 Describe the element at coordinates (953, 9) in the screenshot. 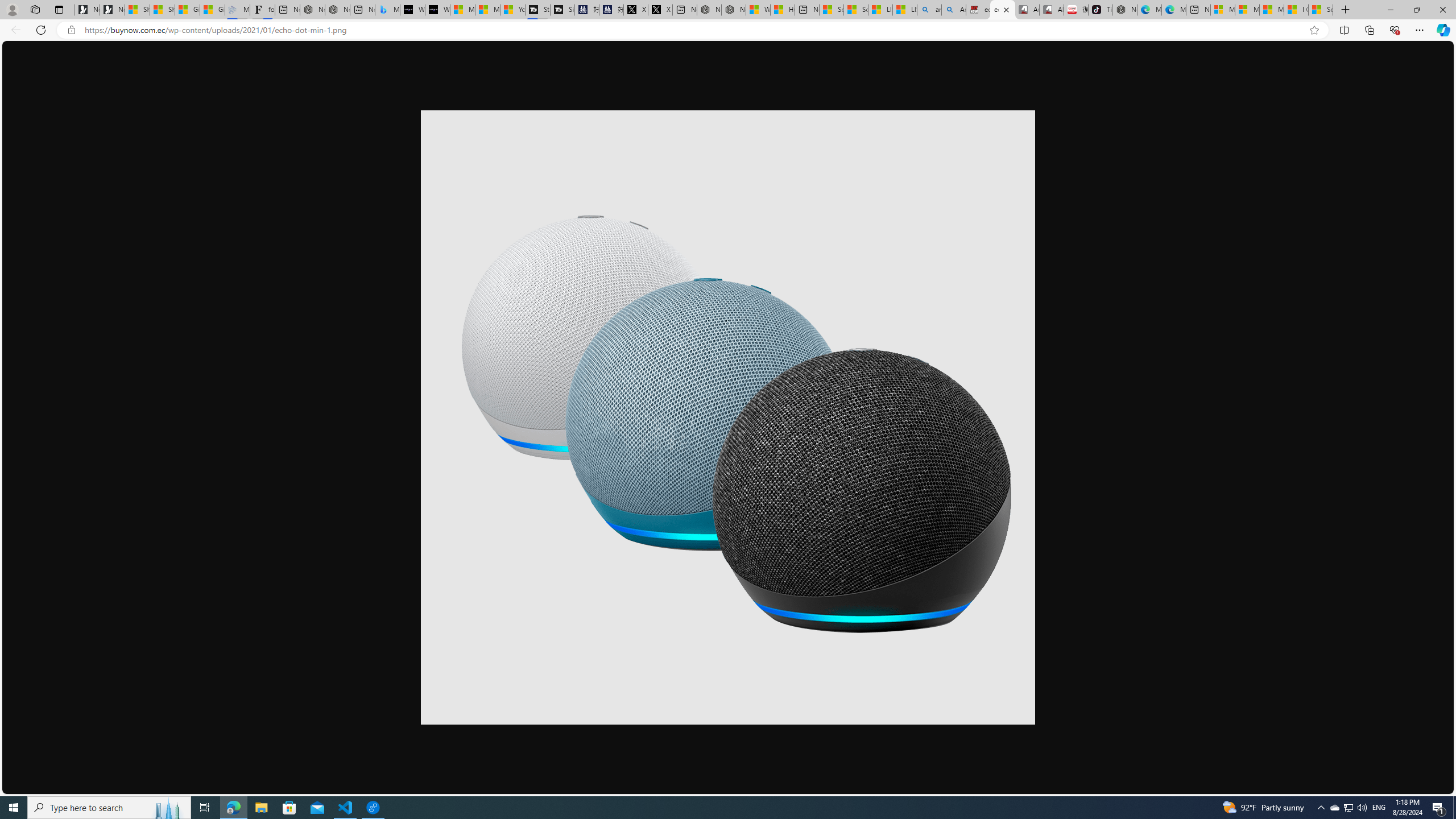

I see `'Amazon Echo Dot PNG - Search Images'` at that location.